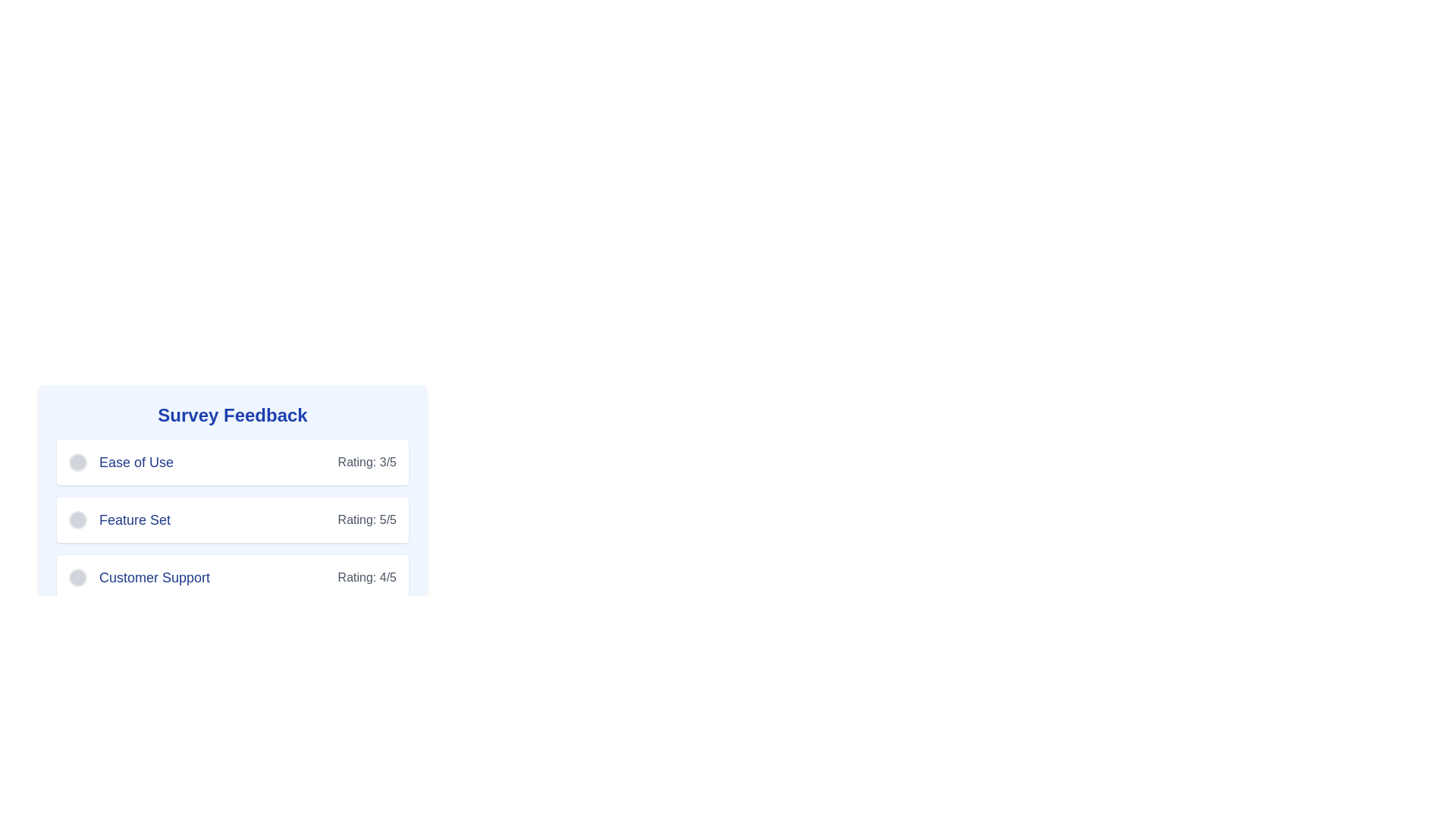 Image resolution: width=1456 pixels, height=819 pixels. What do you see at coordinates (119, 519) in the screenshot?
I see `the label that describes a category of the survey feedback, located in the second row between 'Ease of Use' and 'Customer Support'` at bounding box center [119, 519].